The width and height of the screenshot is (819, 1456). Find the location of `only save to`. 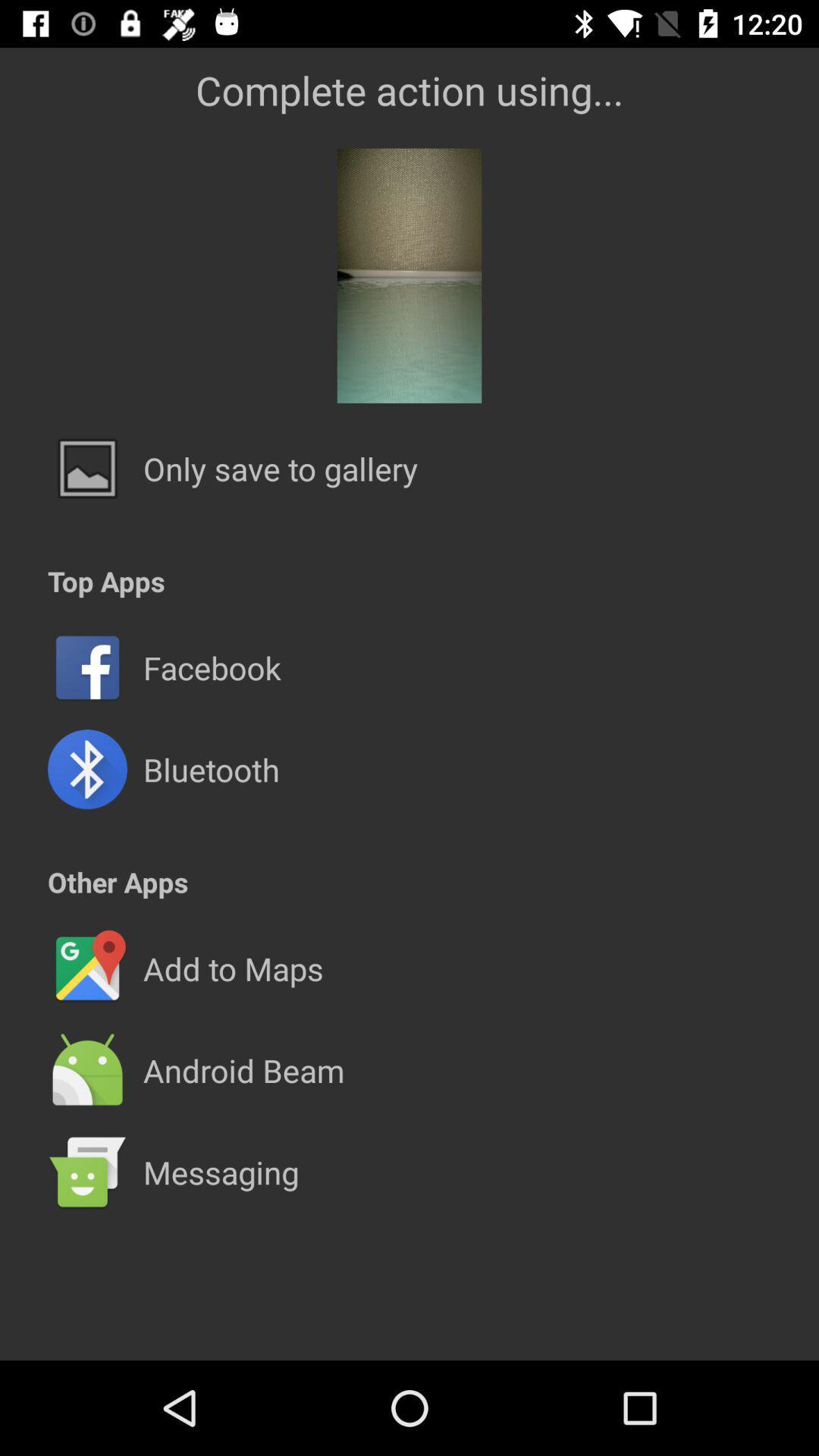

only save to is located at coordinates (281, 468).